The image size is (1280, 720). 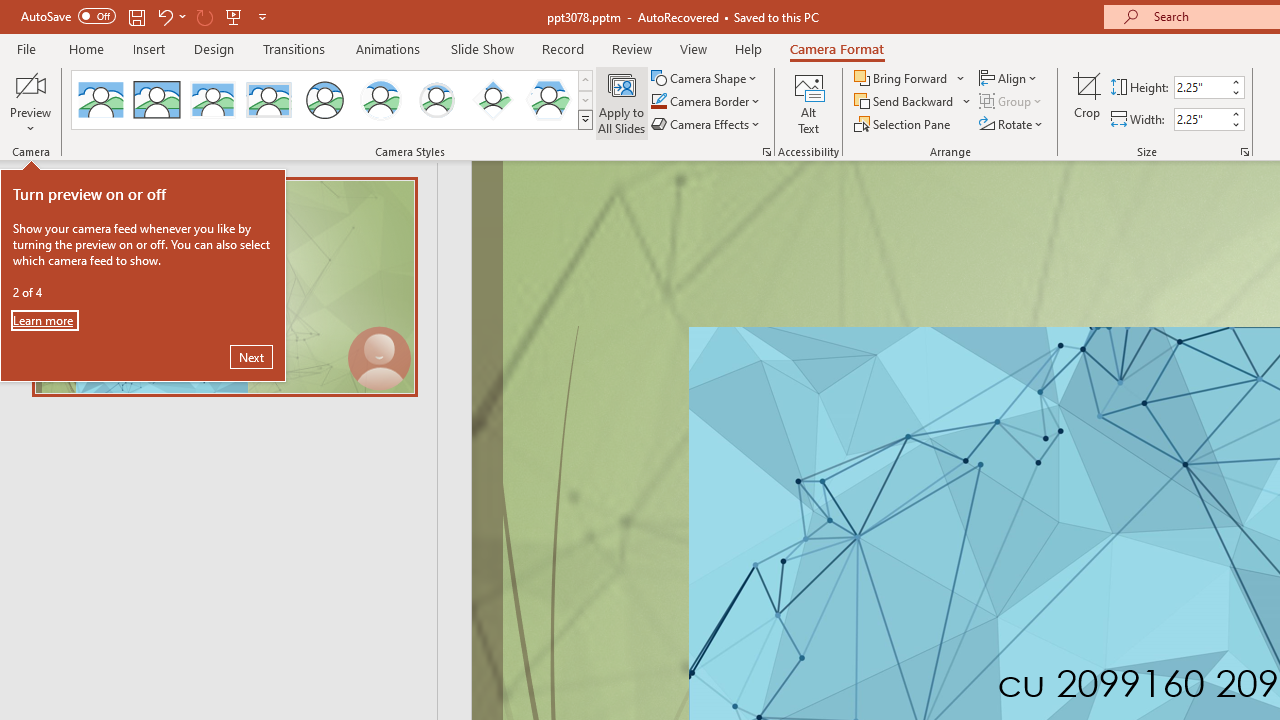 I want to click on 'Camera Effects', so click(x=707, y=124).